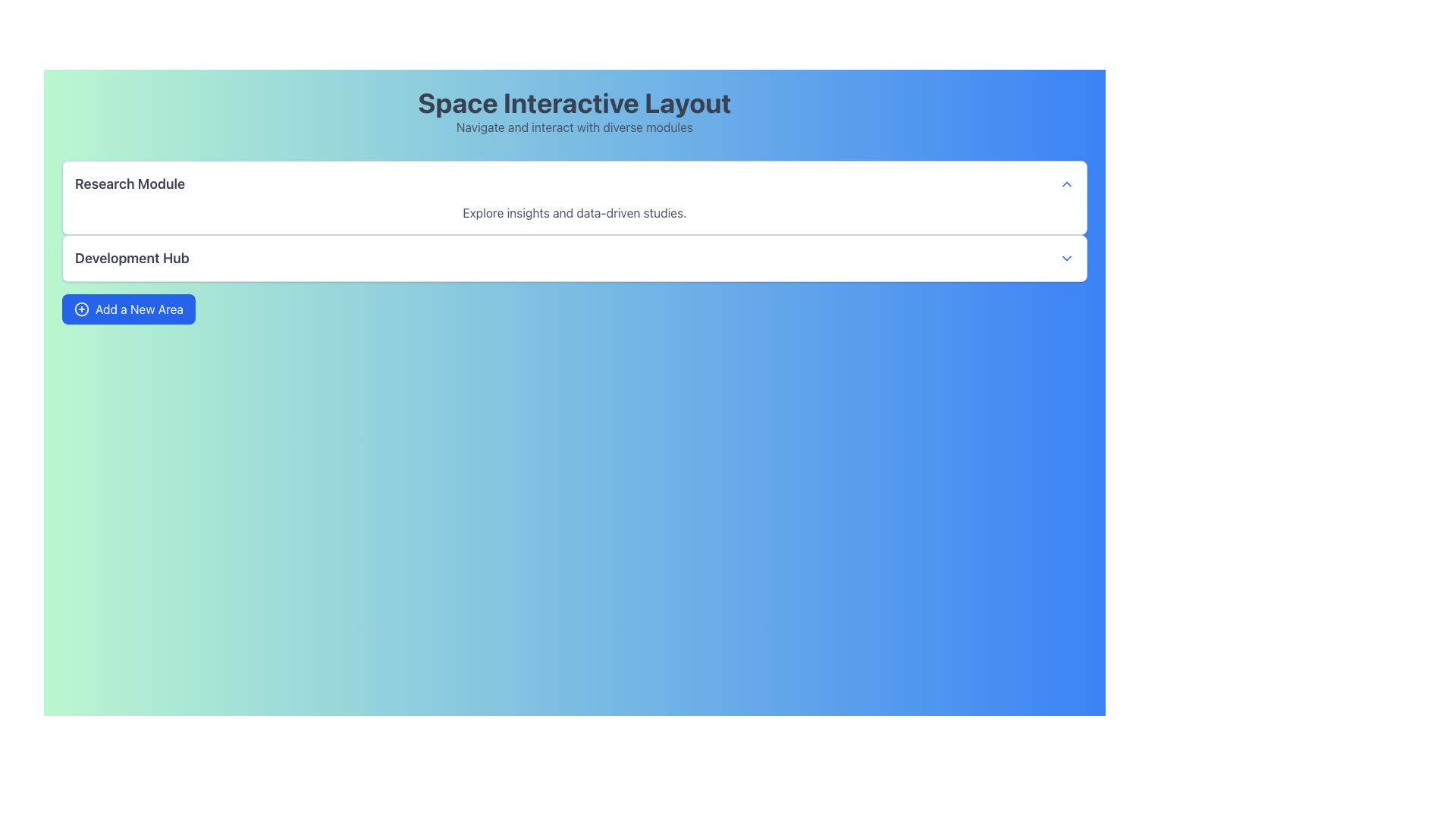  What do you see at coordinates (574, 102) in the screenshot?
I see `the title text element that serves as the main heading for the page, which is horizontally centered and positioned above the subtitle` at bounding box center [574, 102].